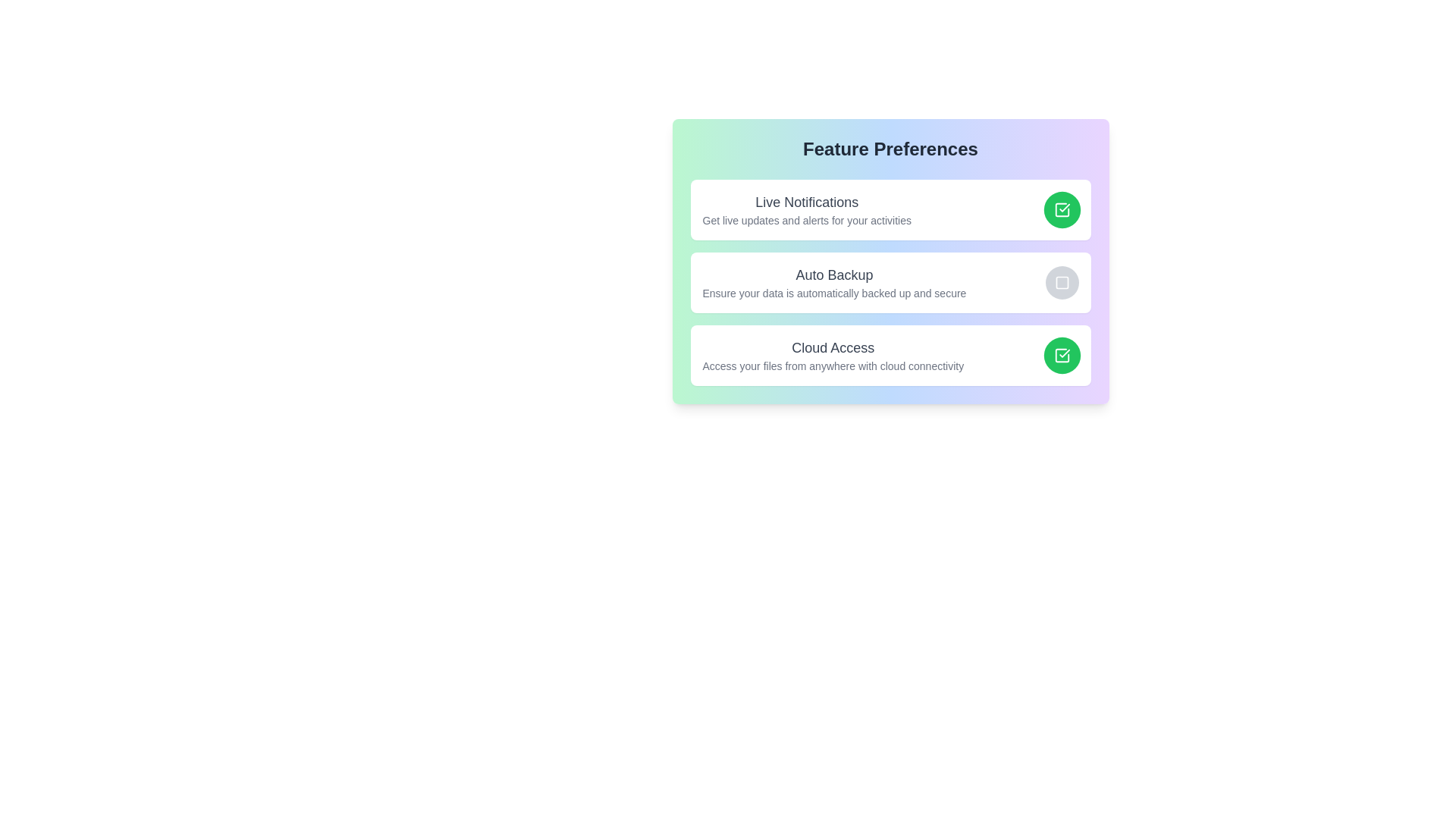  What do you see at coordinates (1061, 210) in the screenshot?
I see `the toggle button for 'Live Notifications'` at bounding box center [1061, 210].